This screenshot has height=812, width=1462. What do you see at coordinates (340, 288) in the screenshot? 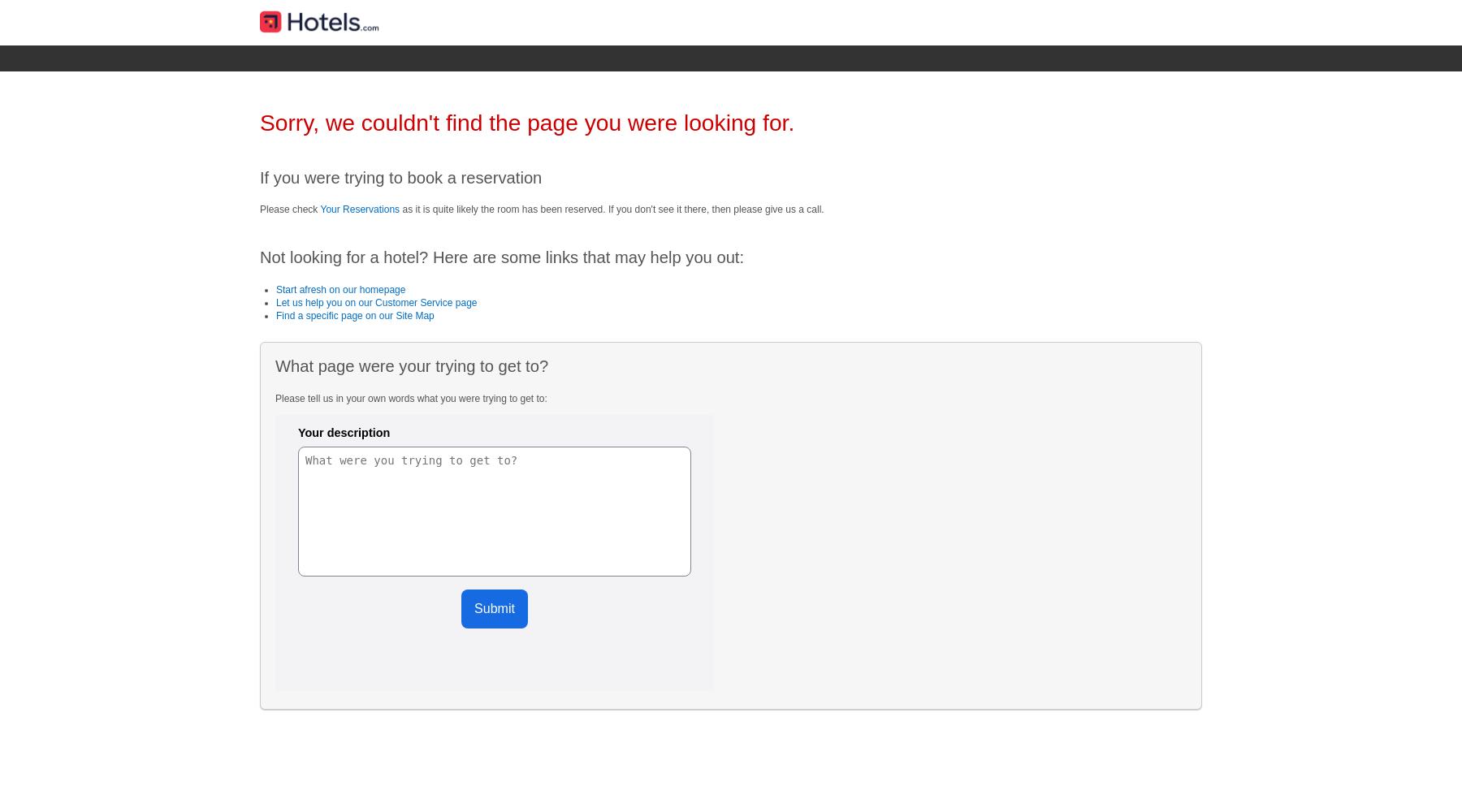
I see `'Start afresh on our homepage'` at bounding box center [340, 288].